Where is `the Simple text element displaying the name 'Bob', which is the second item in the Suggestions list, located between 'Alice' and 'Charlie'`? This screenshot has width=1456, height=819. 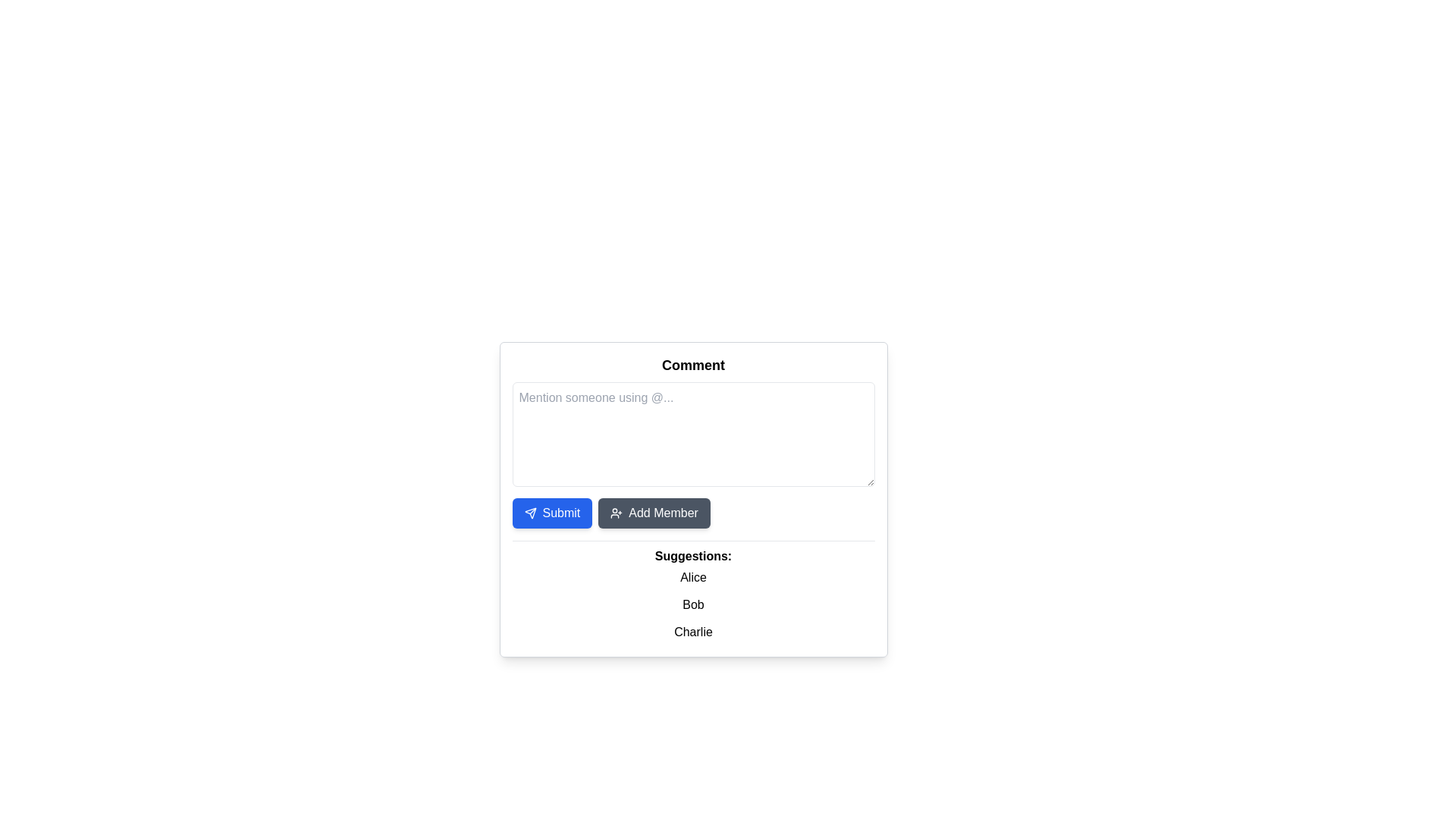
the Simple text element displaying the name 'Bob', which is the second item in the Suggestions list, located between 'Alice' and 'Charlie' is located at coordinates (692, 604).